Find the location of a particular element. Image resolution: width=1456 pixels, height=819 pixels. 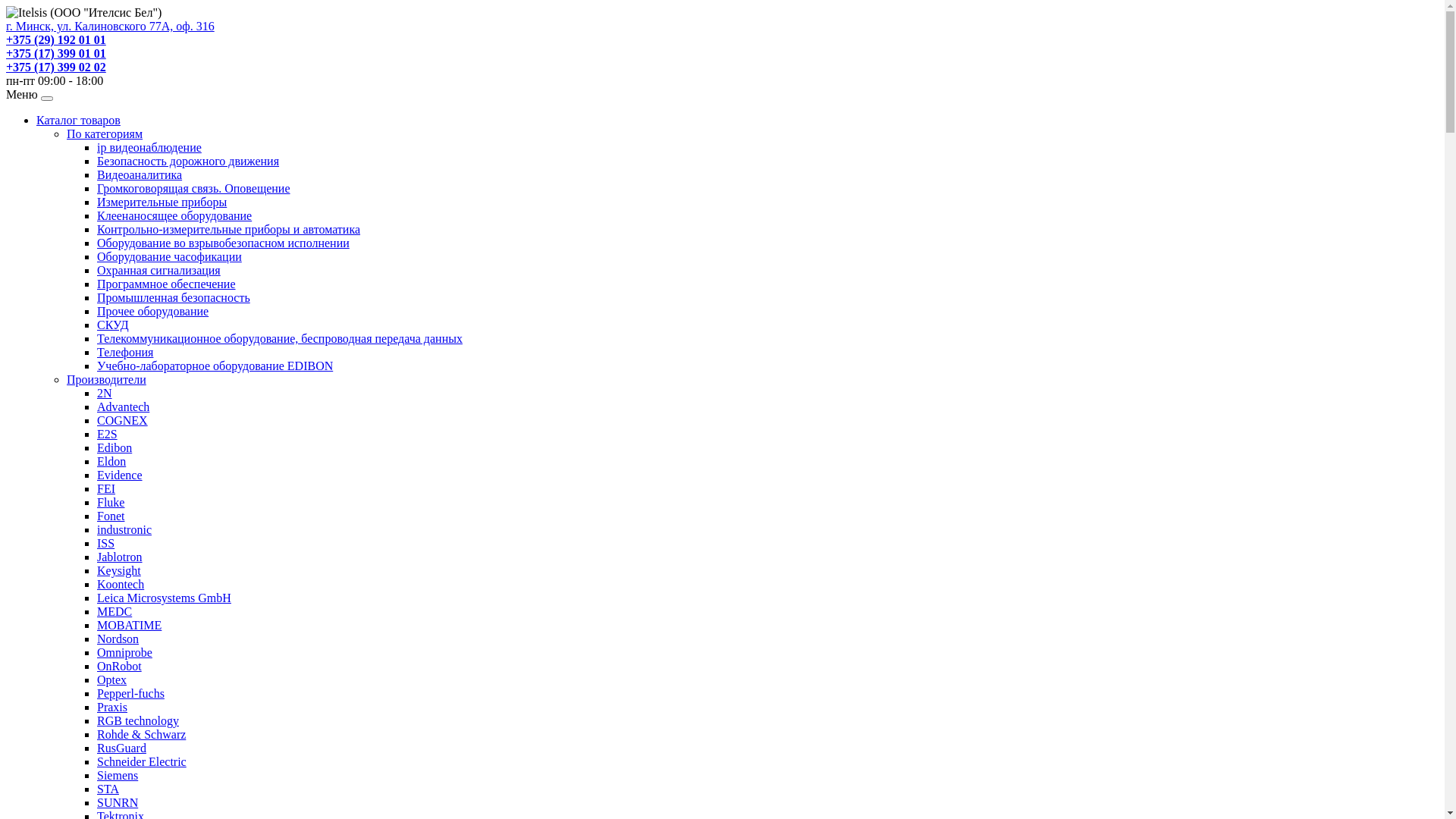

'Edibon' is located at coordinates (113, 447).